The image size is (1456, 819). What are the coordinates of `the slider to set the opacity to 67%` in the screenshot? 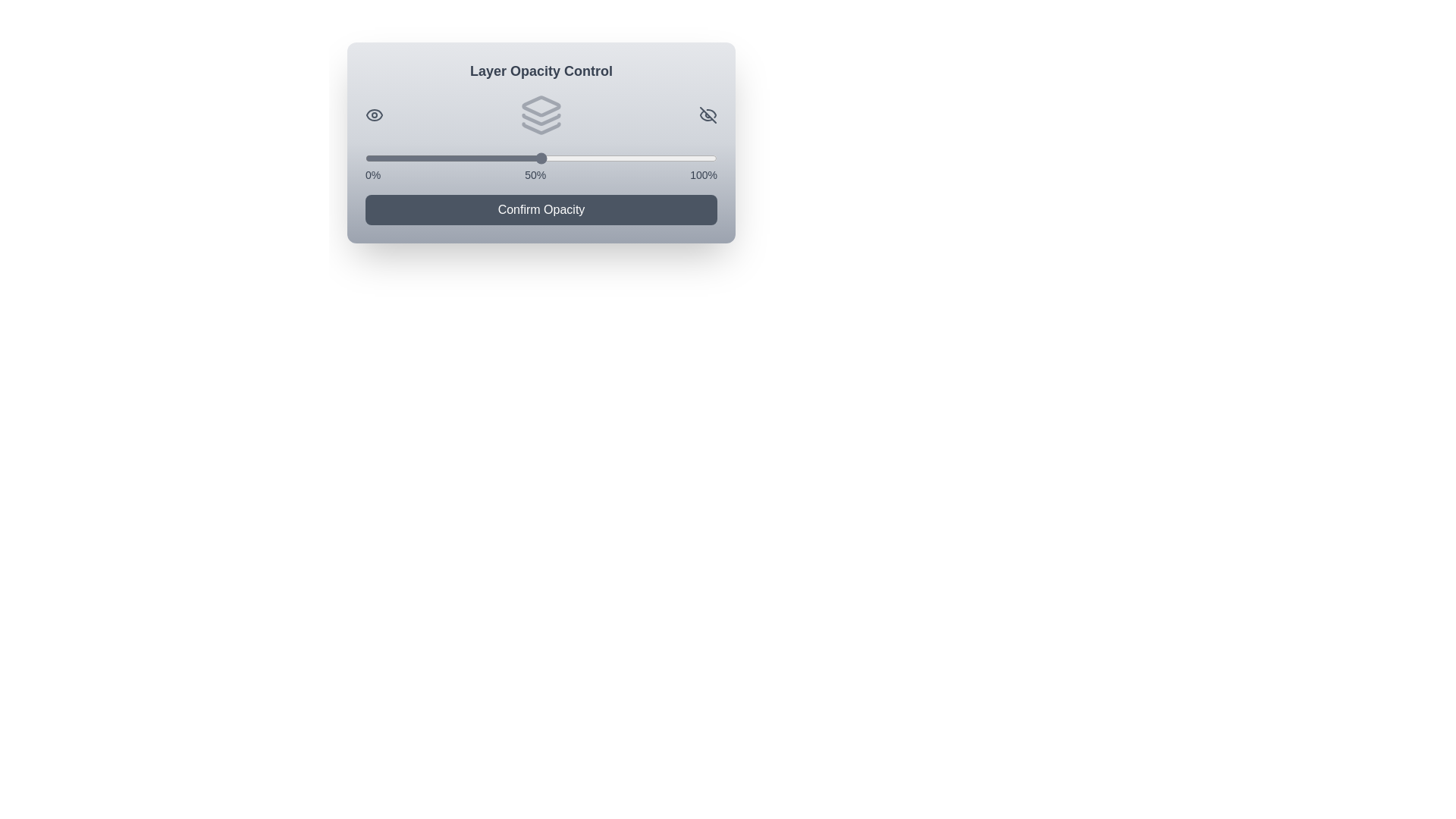 It's located at (600, 158).